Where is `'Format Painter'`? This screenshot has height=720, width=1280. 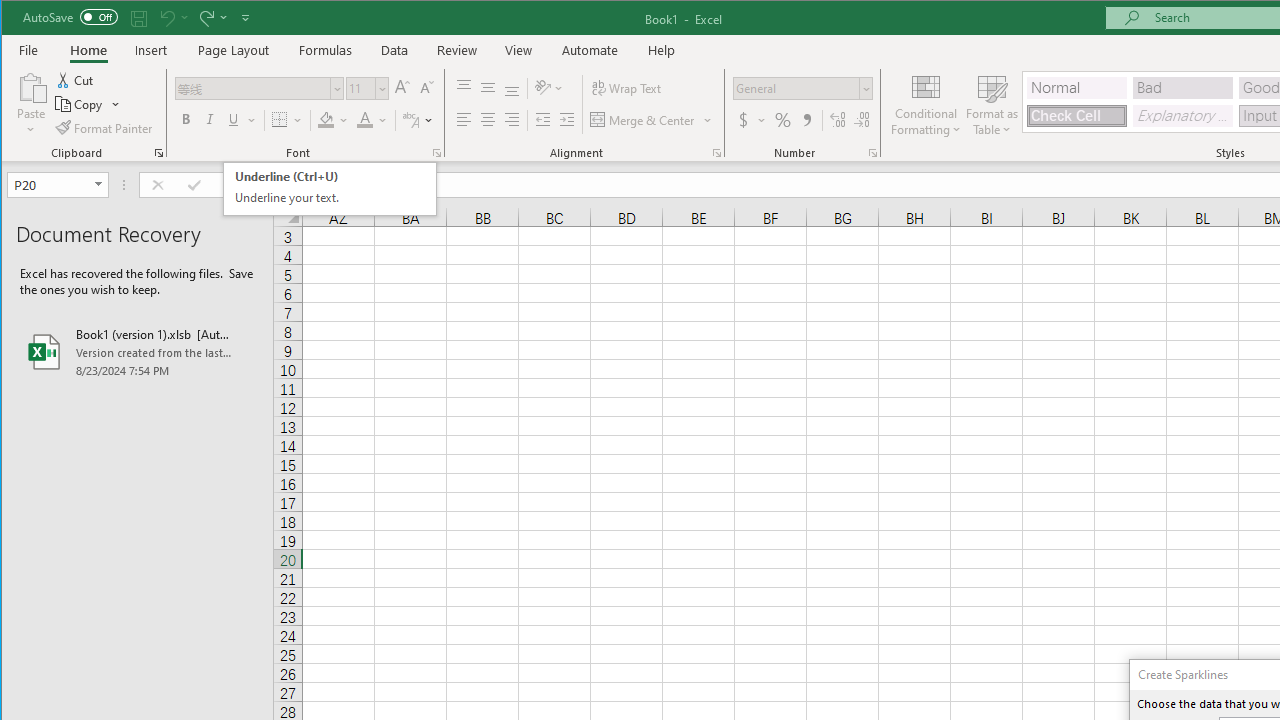
'Format Painter' is located at coordinates (104, 128).